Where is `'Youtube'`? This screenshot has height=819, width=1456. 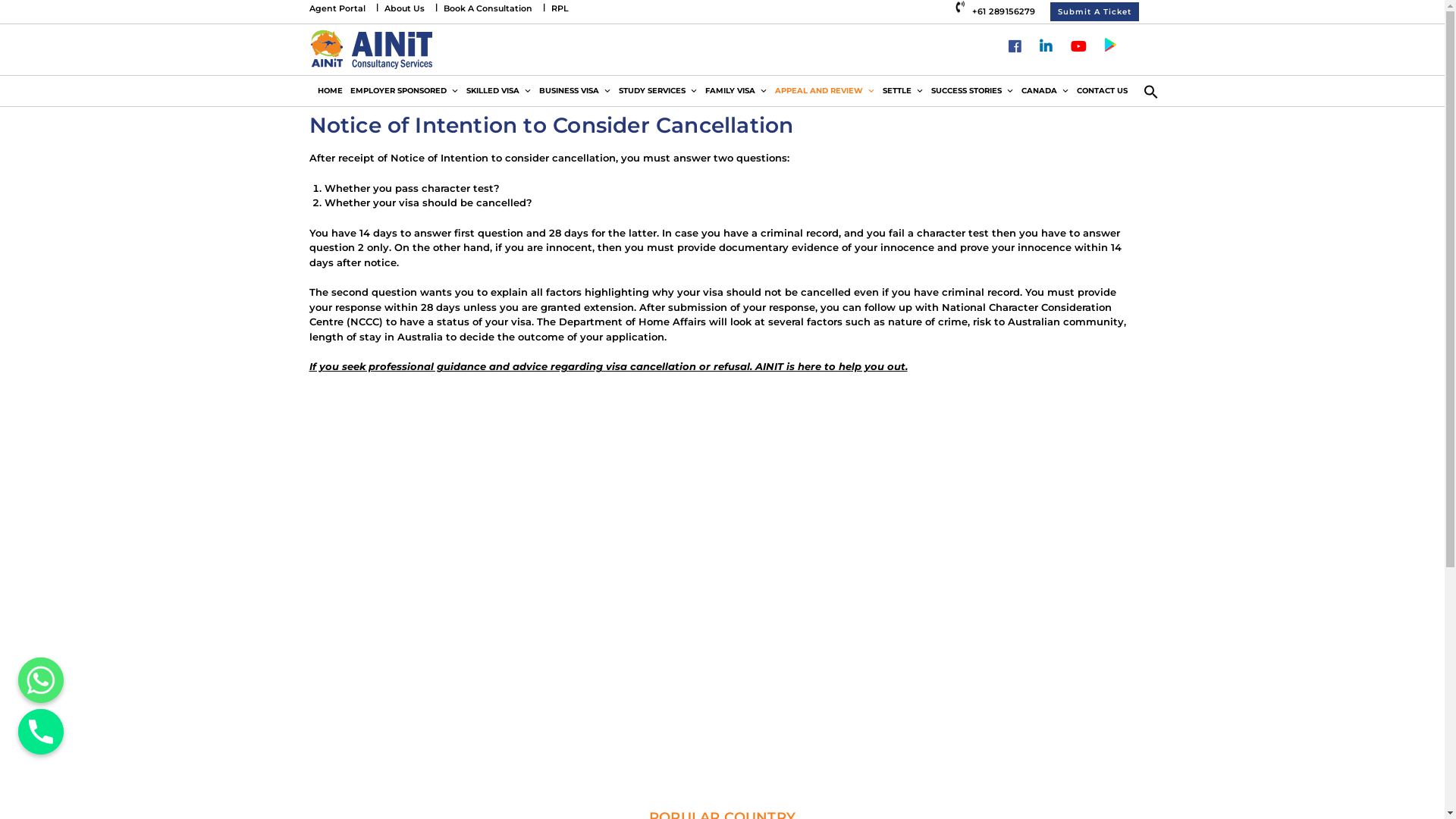 'Youtube' is located at coordinates (1077, 46).